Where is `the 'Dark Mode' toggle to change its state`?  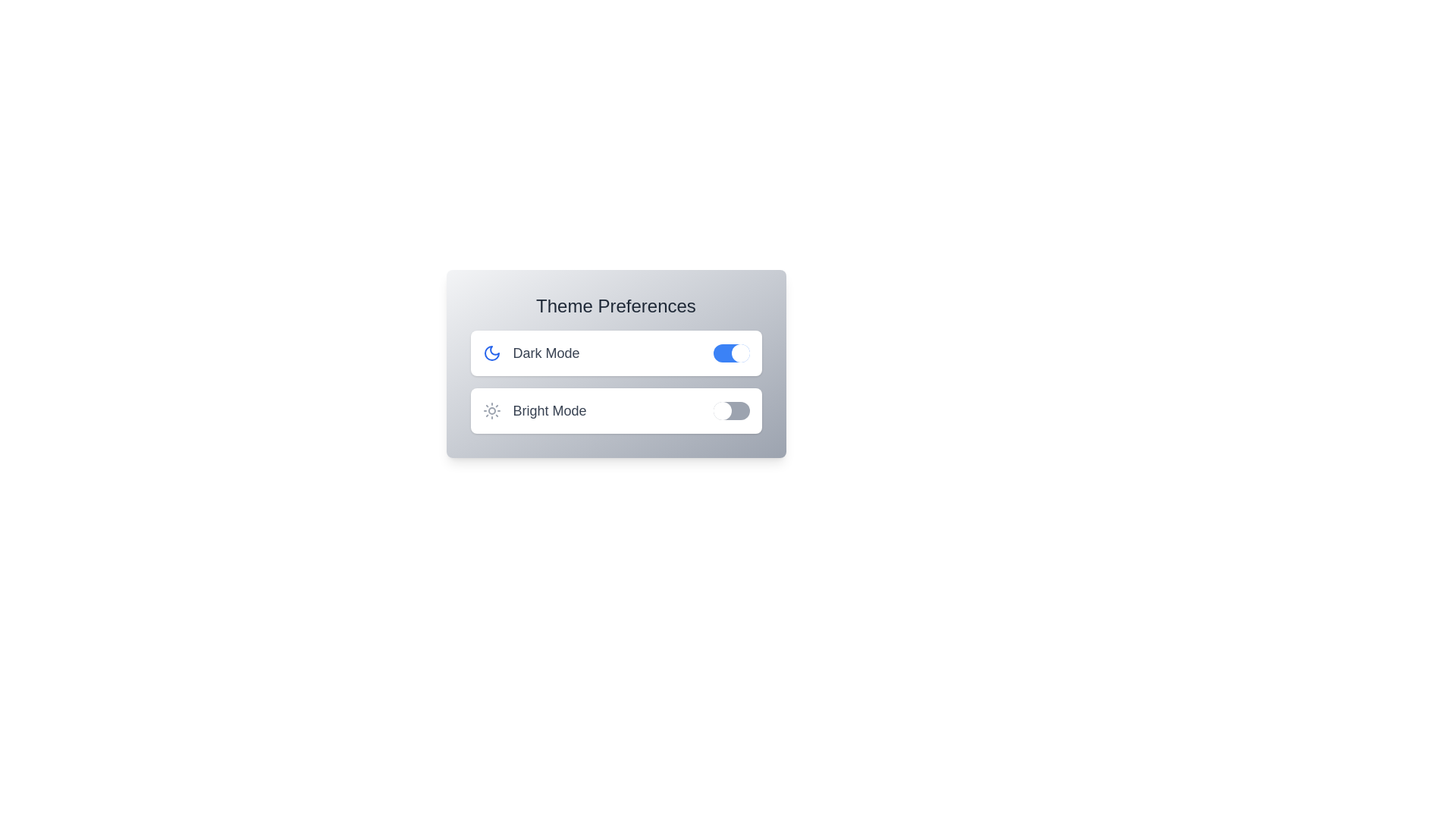
the 'Dark Mode' toggle to change its state is located at coordinates (731, 353).